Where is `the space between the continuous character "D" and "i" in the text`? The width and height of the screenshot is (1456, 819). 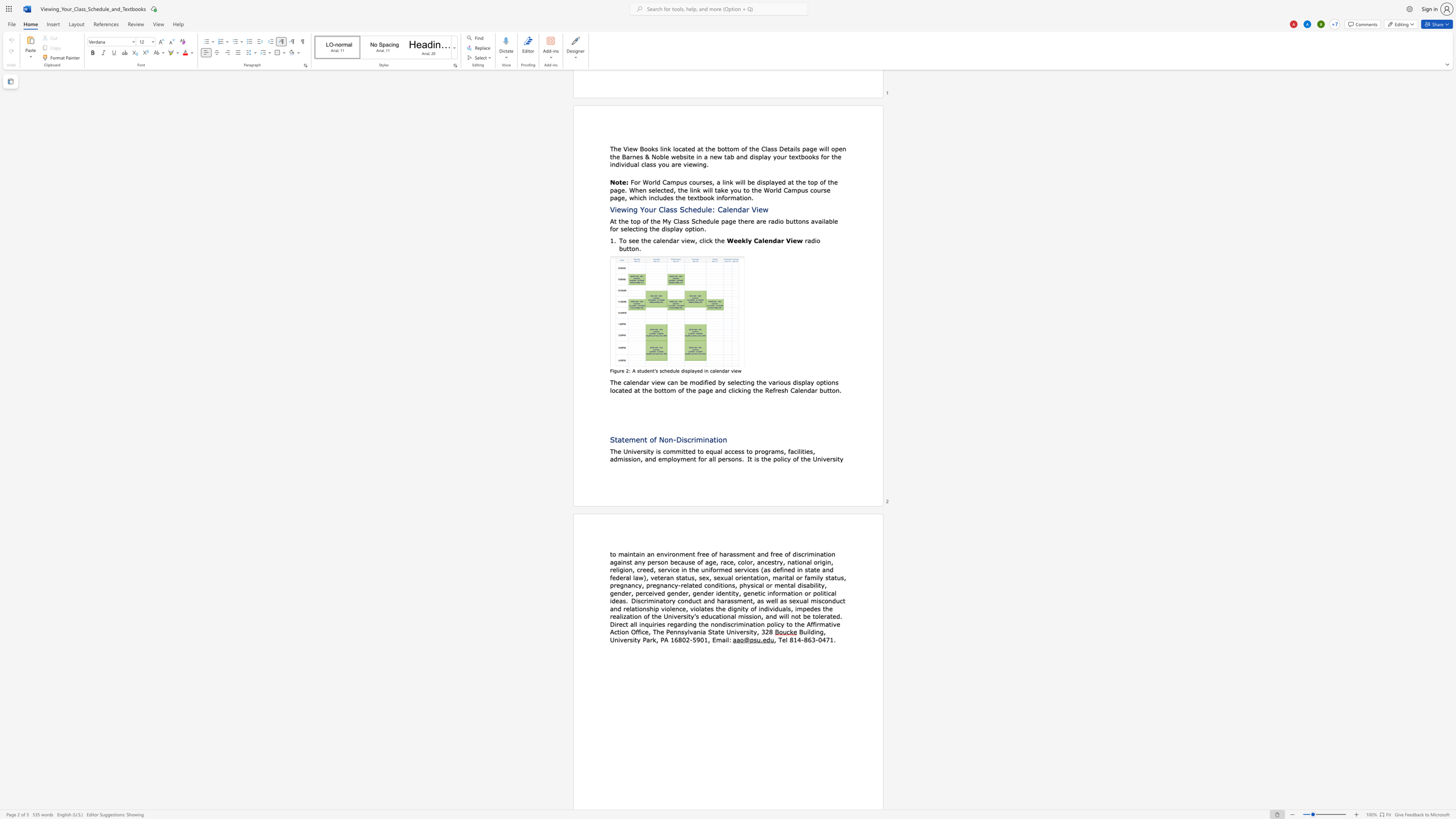
the space between the continuous character "D" and "i" in the text is located at coordinates (681, 439).